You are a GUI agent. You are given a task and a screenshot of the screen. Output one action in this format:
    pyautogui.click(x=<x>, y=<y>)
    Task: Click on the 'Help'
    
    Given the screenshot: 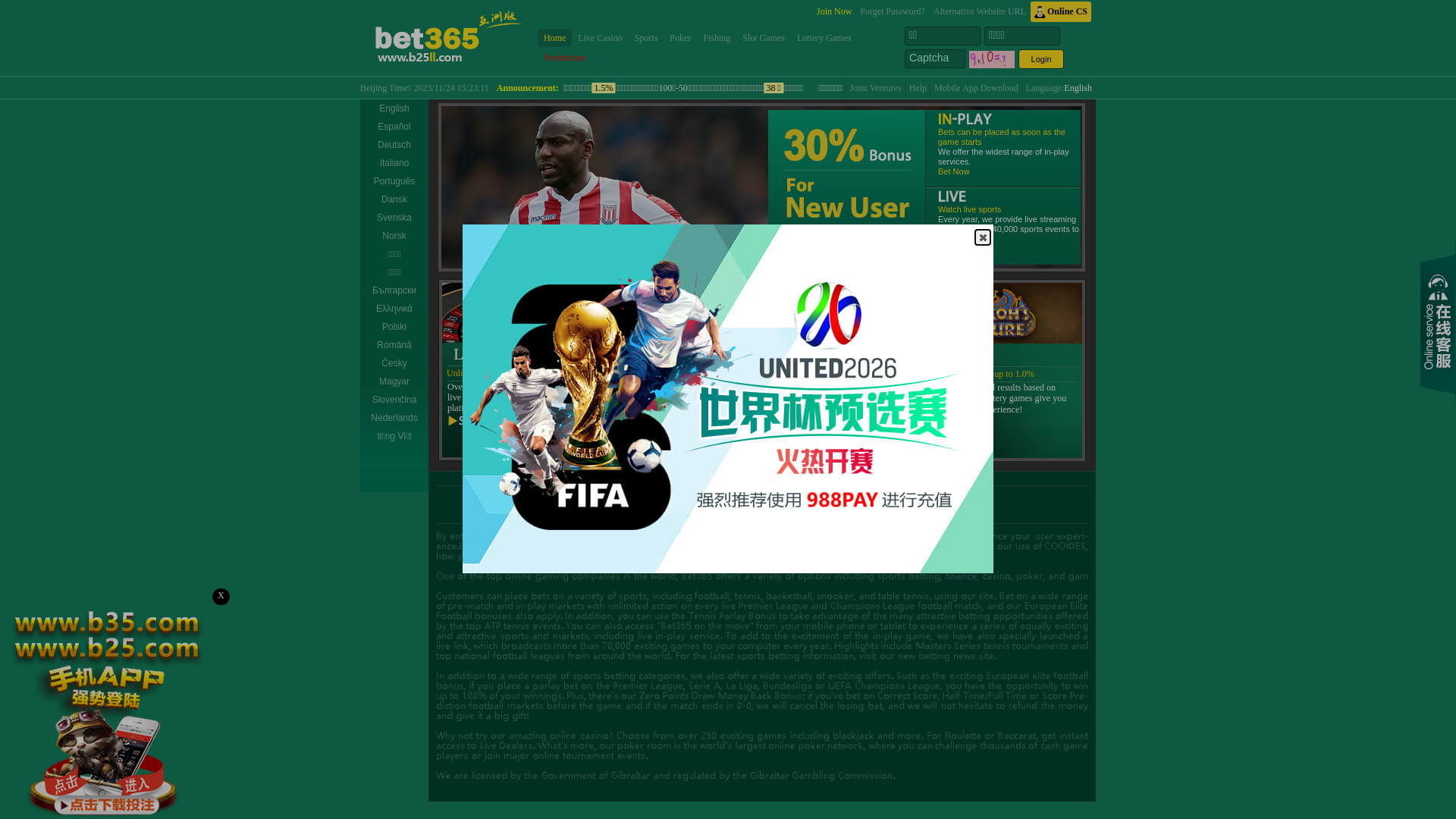 What is the action you would take?
    pyautogui.click(x=917, y=87)
    